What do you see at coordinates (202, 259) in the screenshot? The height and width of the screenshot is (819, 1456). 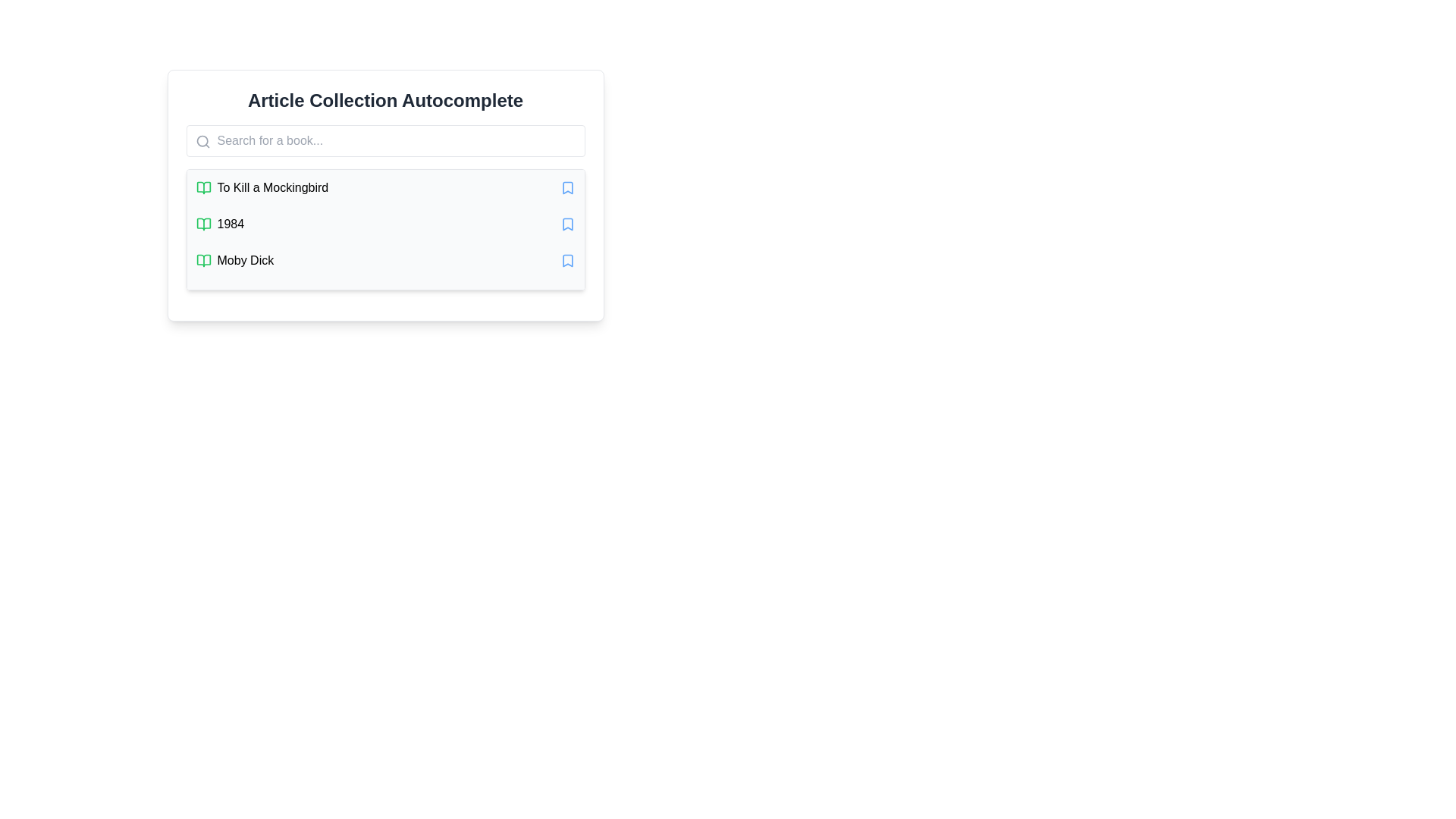 I see `the decorative icon that differentiates book entries in the dropdown list, located as the third icon to the left of 'Moby Dick'` at bounding box center [202, 259].